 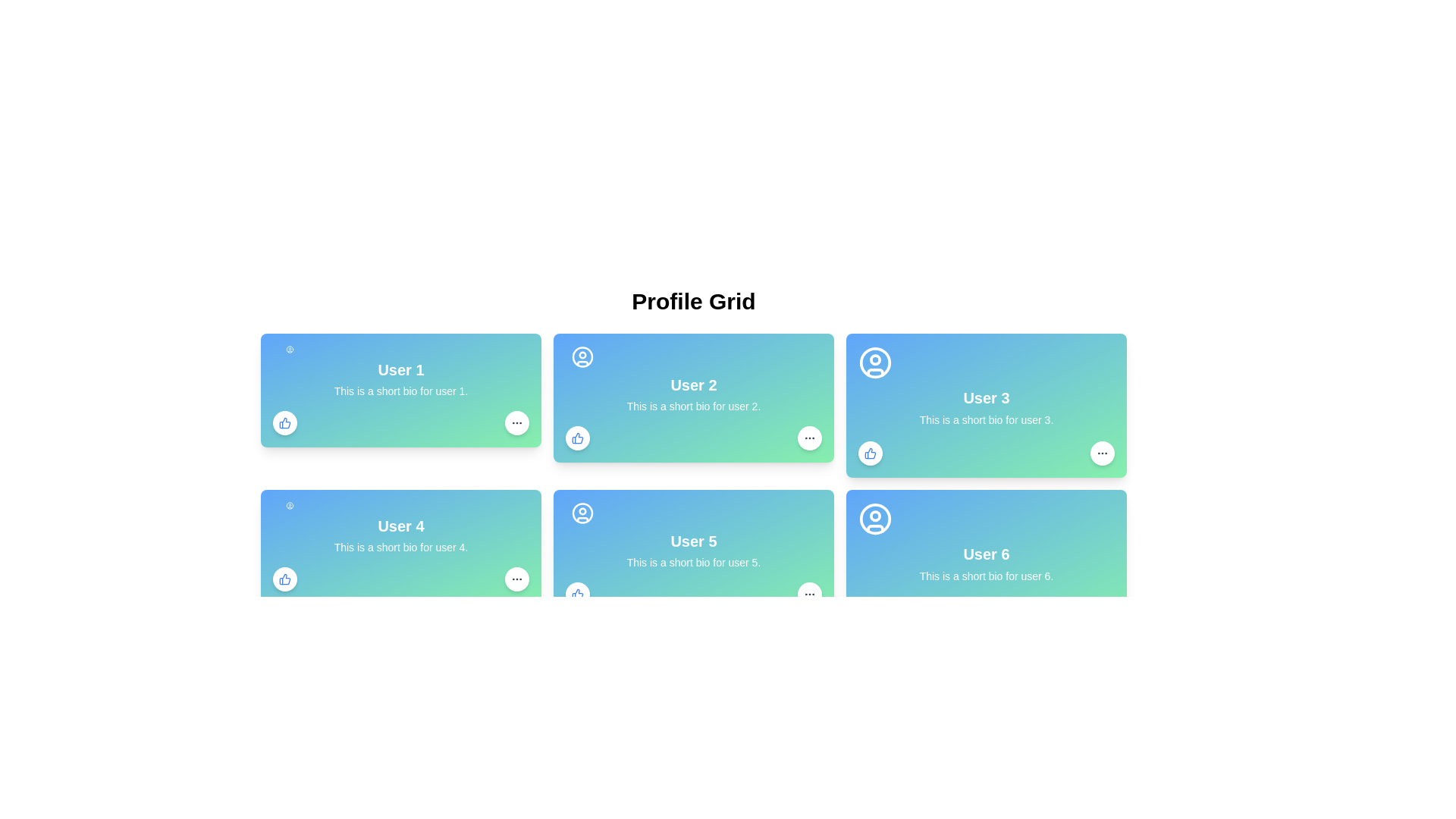 I want to click on the circular menu icon located at the bottom-right corner of the 'User 3' card, so click(x=1103, y=452).